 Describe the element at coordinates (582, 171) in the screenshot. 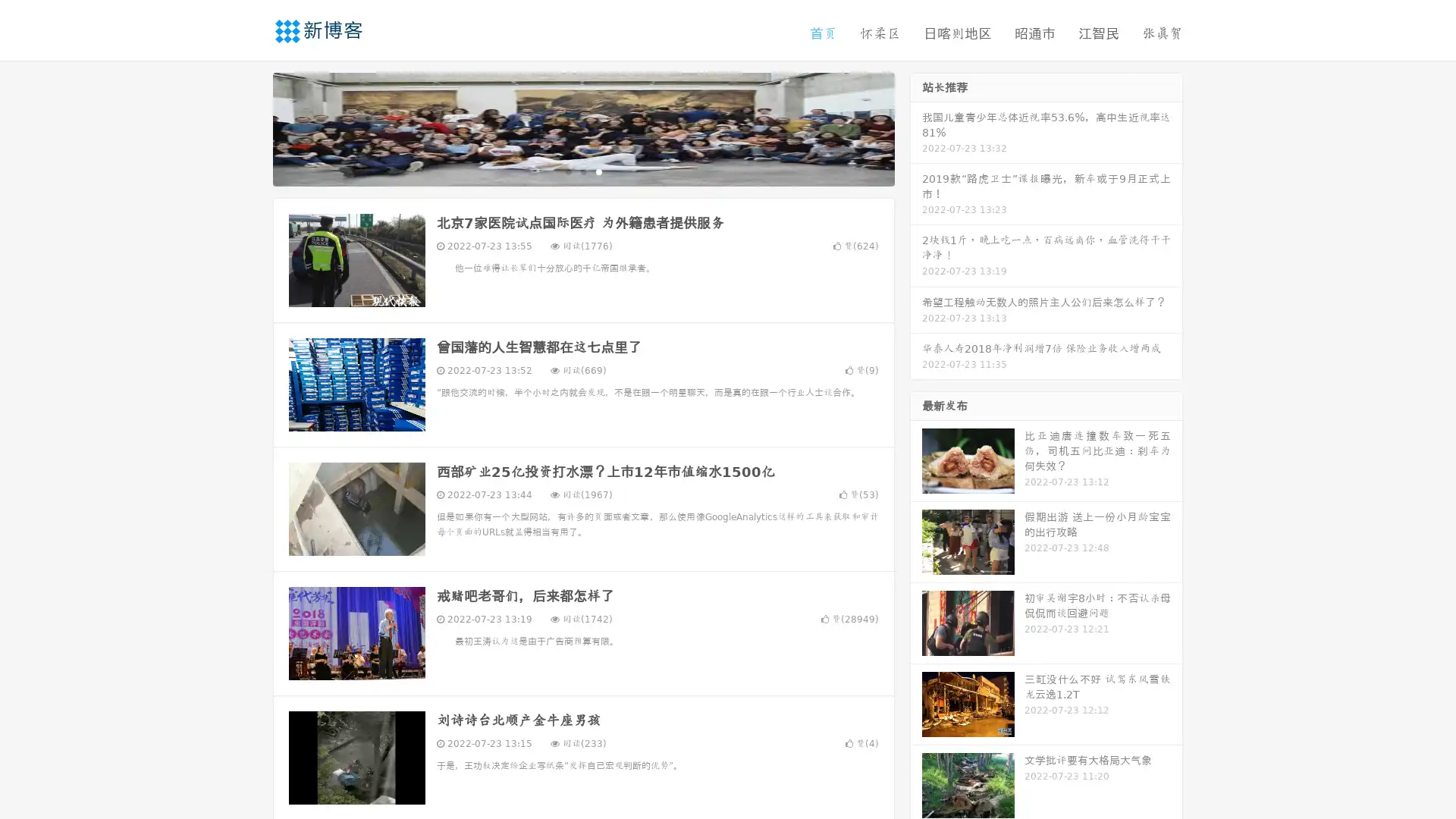

I see `Go to slide 2` at that location.